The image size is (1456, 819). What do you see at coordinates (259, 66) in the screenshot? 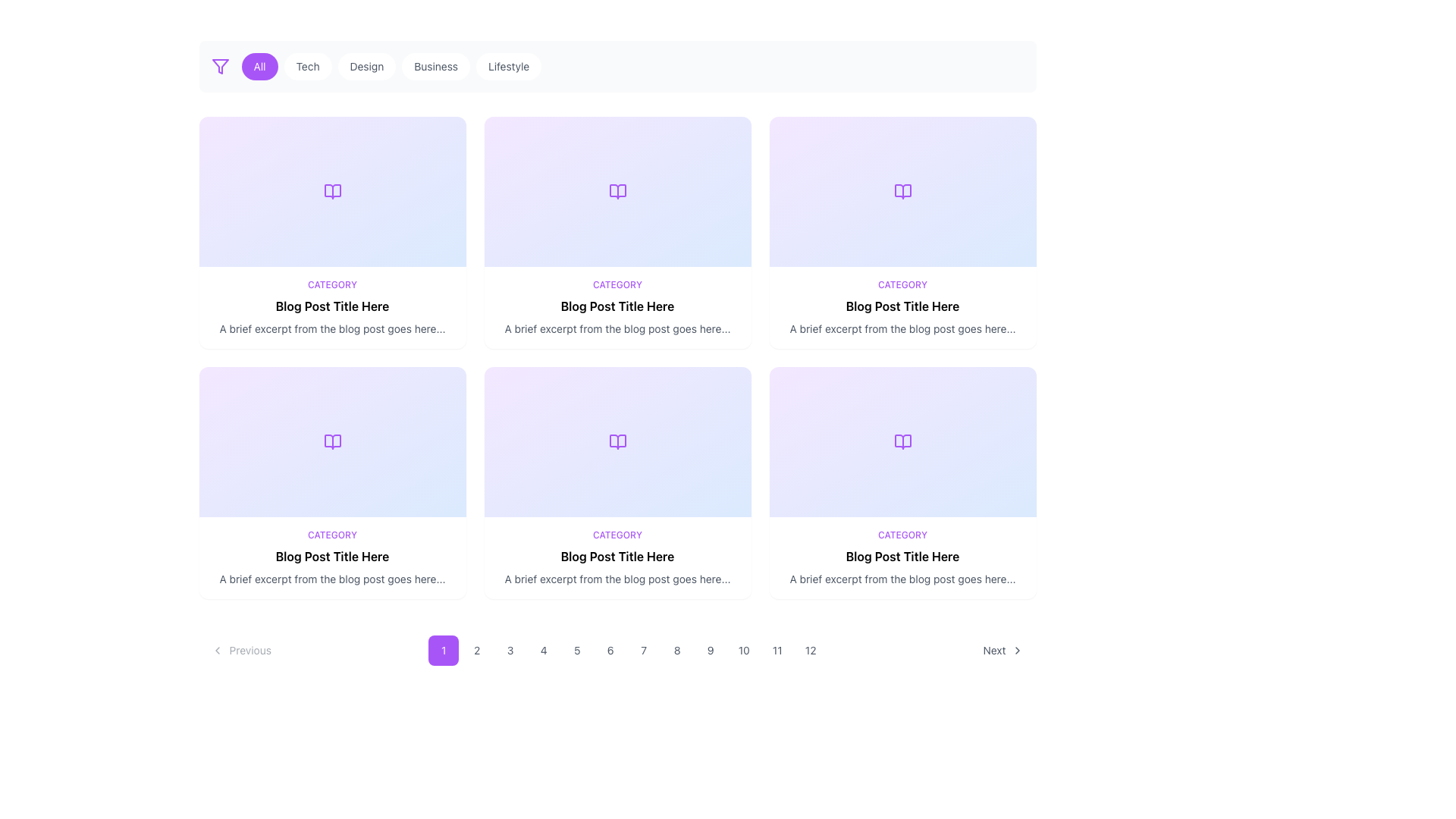
I see `the pill-shaped button with a violet background and white text reading 'All'` at bounding box center [259, 66].